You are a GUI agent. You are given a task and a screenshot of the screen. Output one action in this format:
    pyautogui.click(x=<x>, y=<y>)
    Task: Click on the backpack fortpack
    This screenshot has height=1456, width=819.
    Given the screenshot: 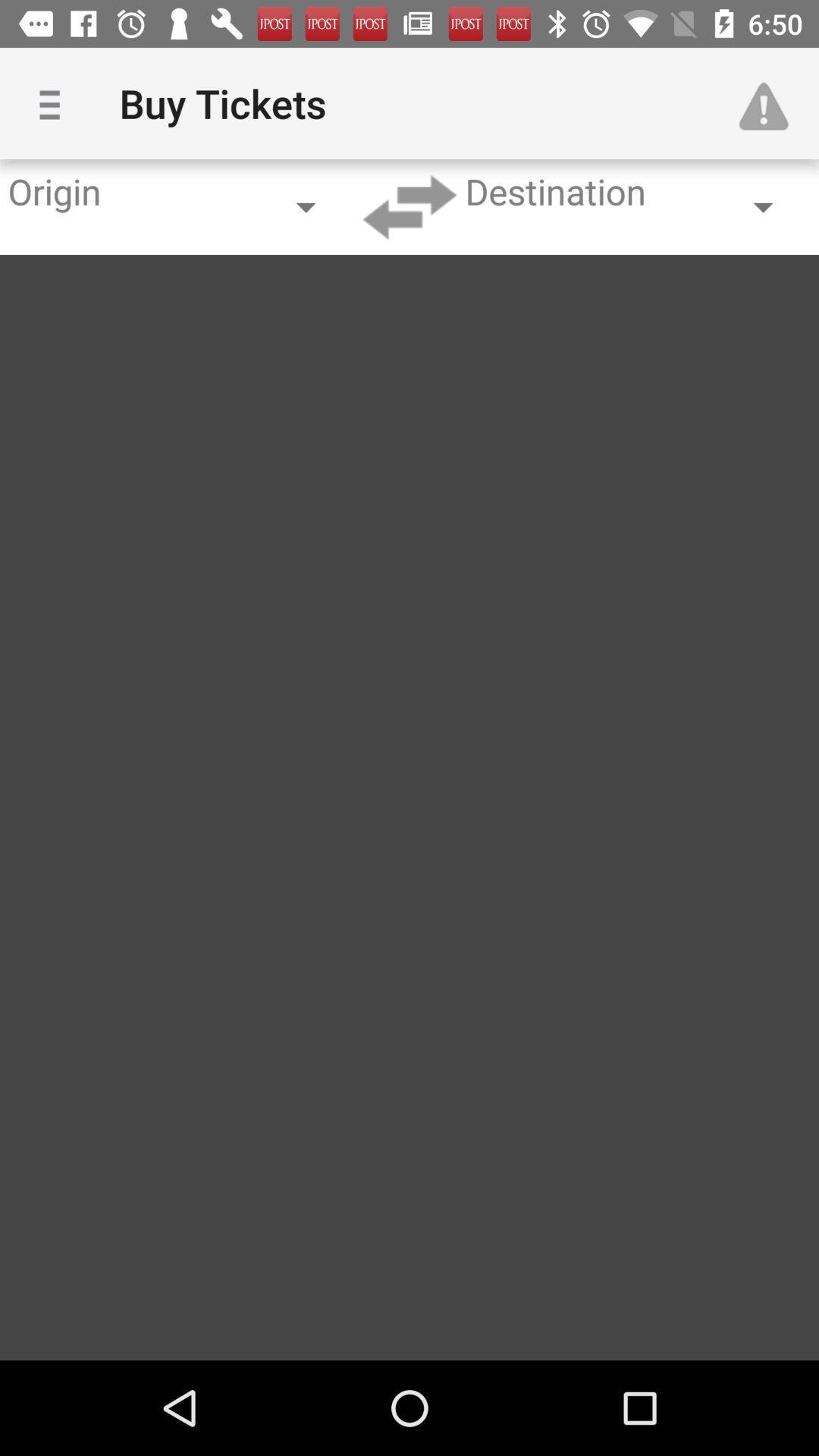 What is the action you would take?
    pyautogui.click(x=409, y=206)
    